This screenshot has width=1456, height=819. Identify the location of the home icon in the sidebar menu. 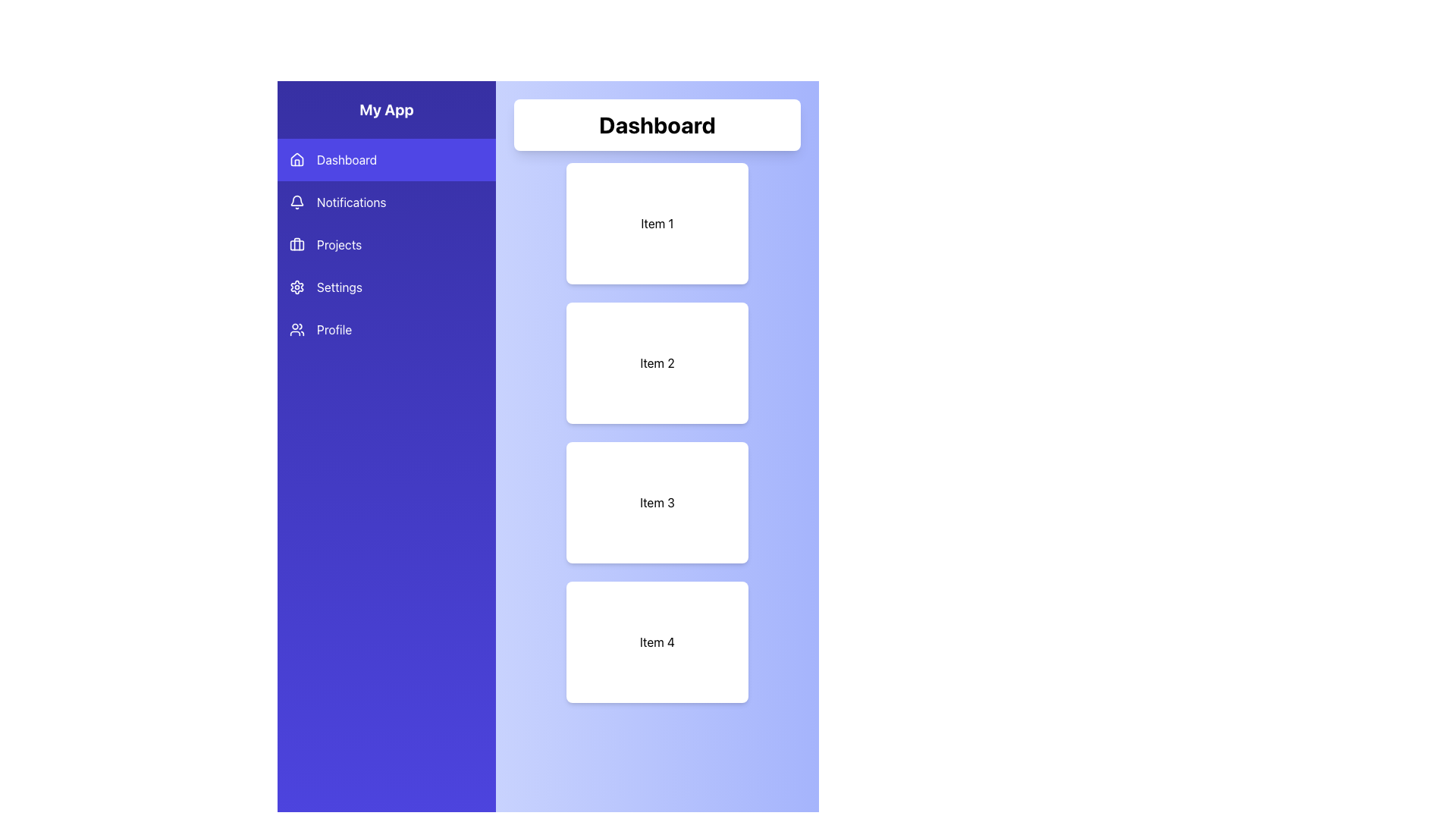
(297, 160).